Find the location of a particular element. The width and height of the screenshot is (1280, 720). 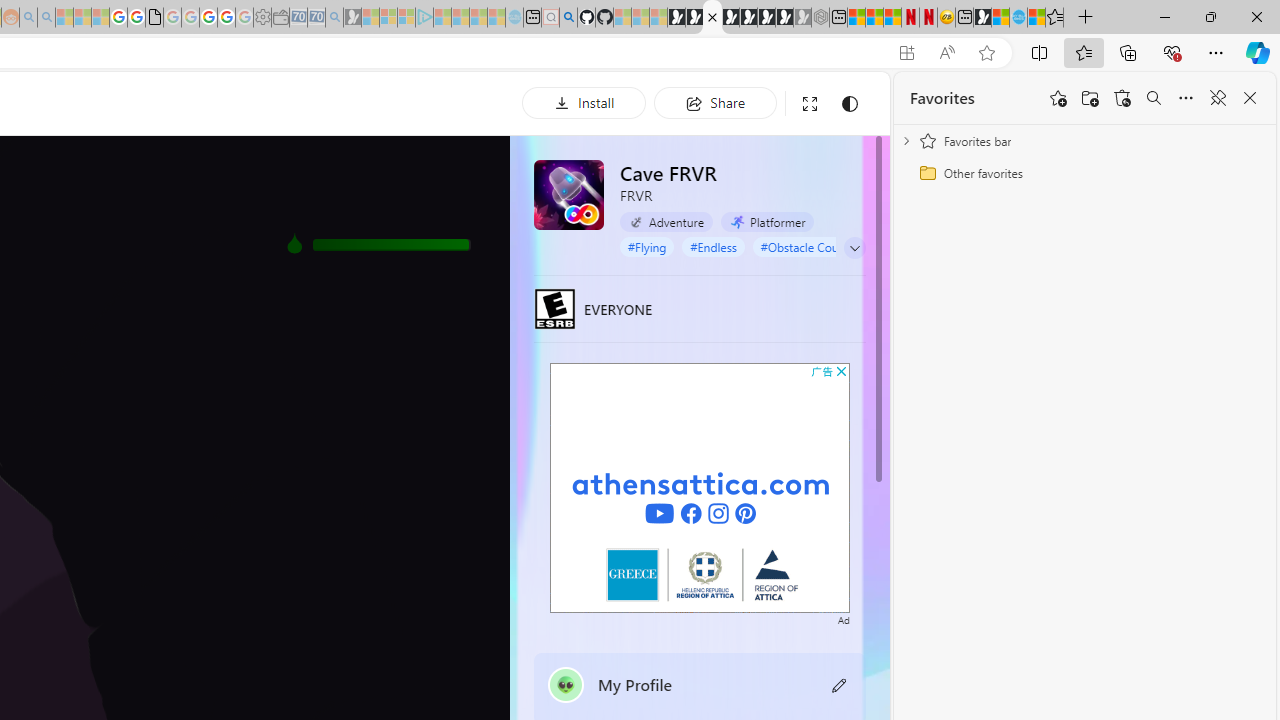

'Search favorites' is located at coordinates (1153, 98).